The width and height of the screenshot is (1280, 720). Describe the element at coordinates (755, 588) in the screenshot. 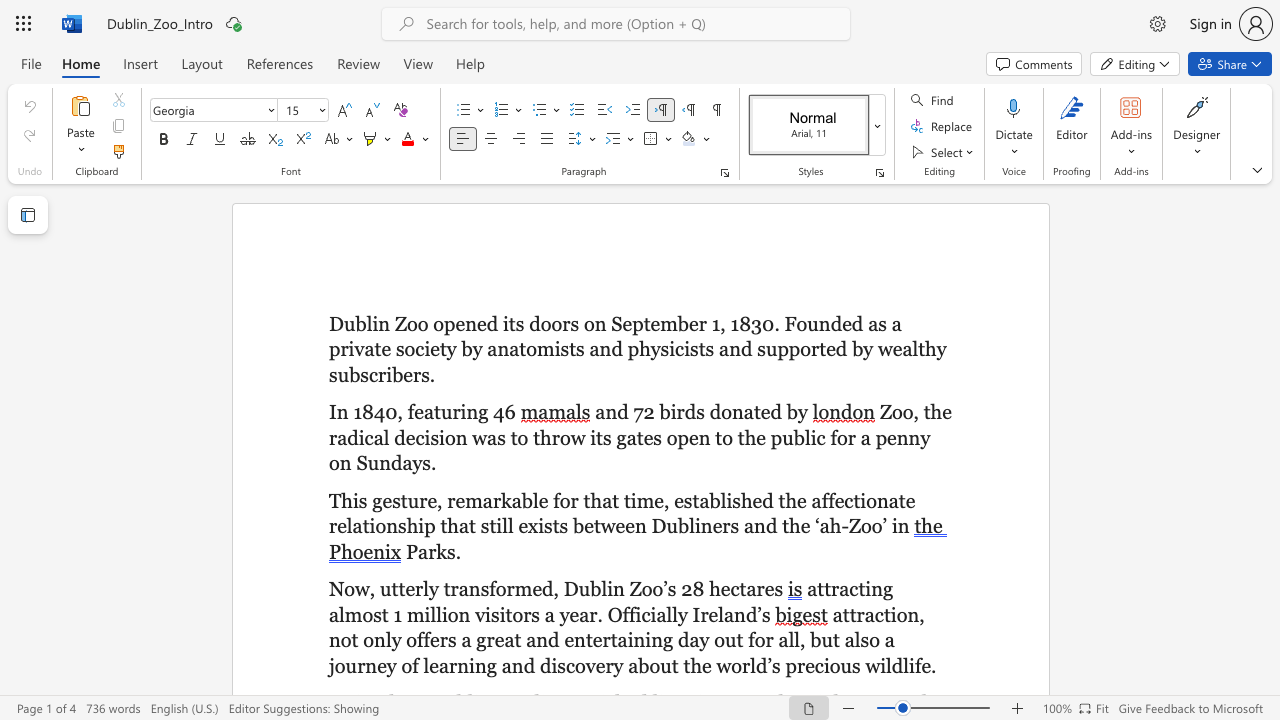

I see `the subset text "re" within the text "Now, utterly transformed, Dublin Zoo’s 28 hectares"` at that location.